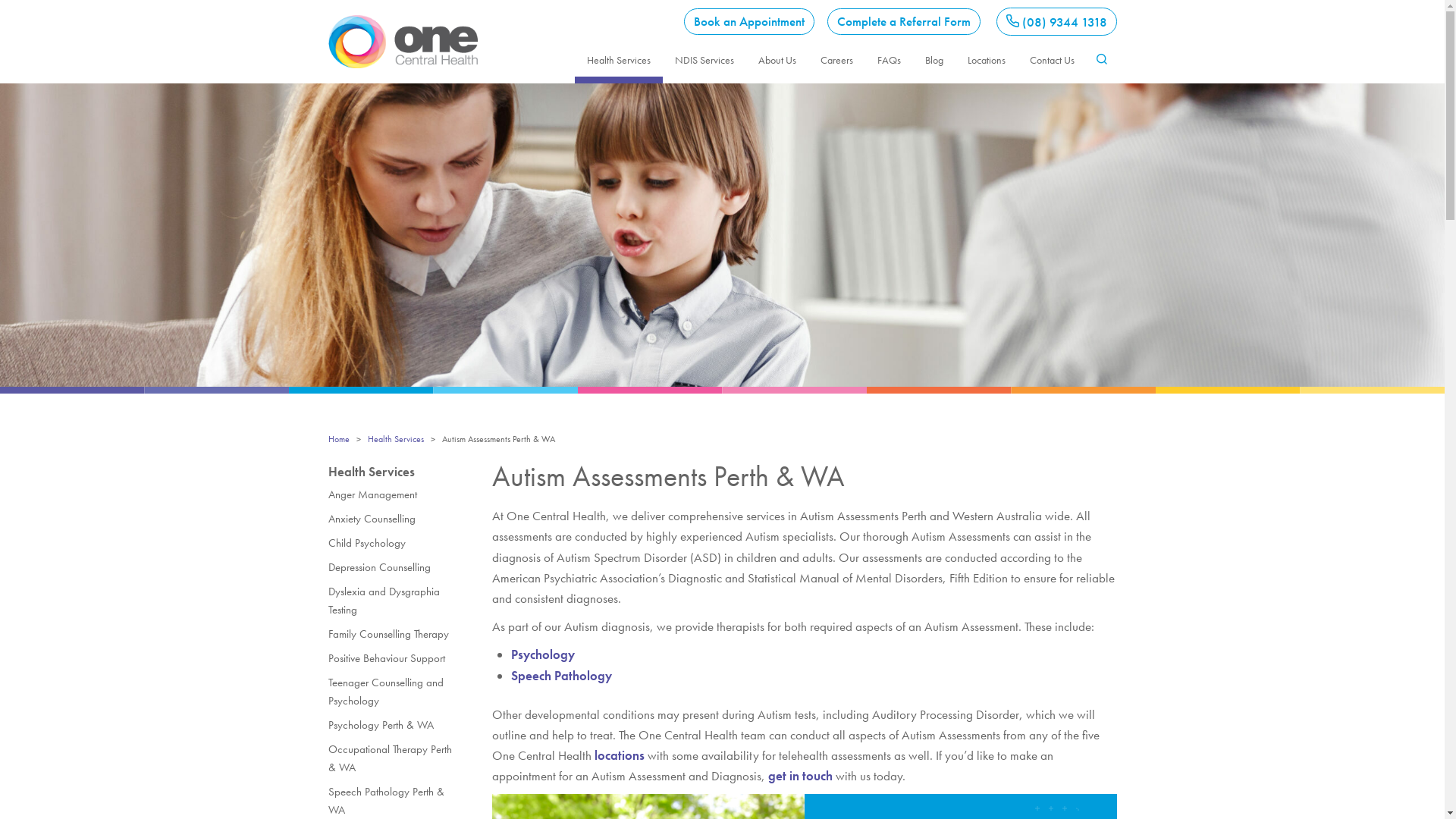 This screenshot has width=1456, height=819. What do you see at coordinates (912, 58) in the screenshot?
I see `'Blog'` at bounding box center [912, 58].